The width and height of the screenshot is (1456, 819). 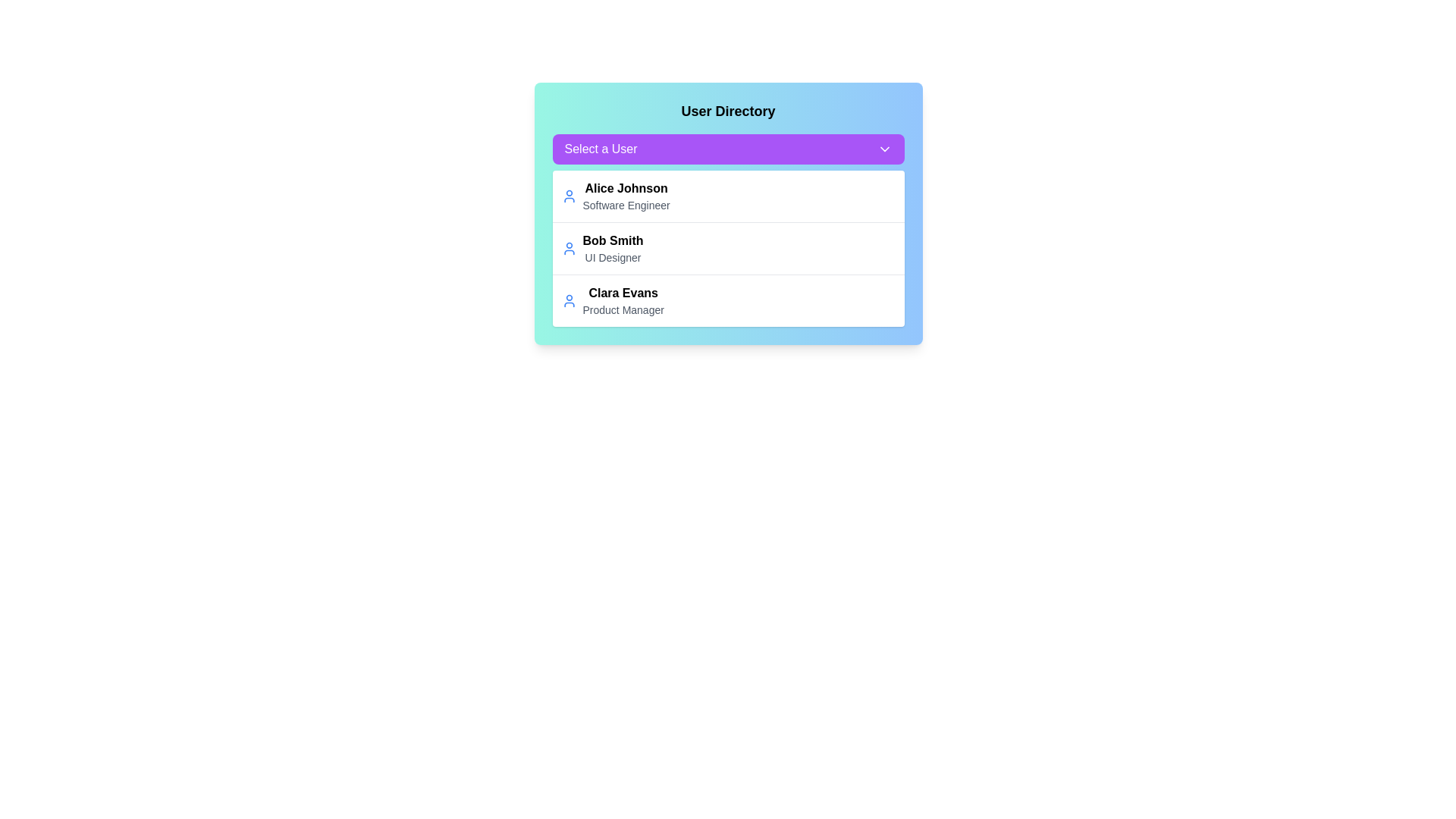 What do you see at coordinates (884, 149) in the screenshot?
I see `the chevron-down icon located at the far-right end of the 'Select a User' purple rectangular bar` at bounding box center [884, 149].